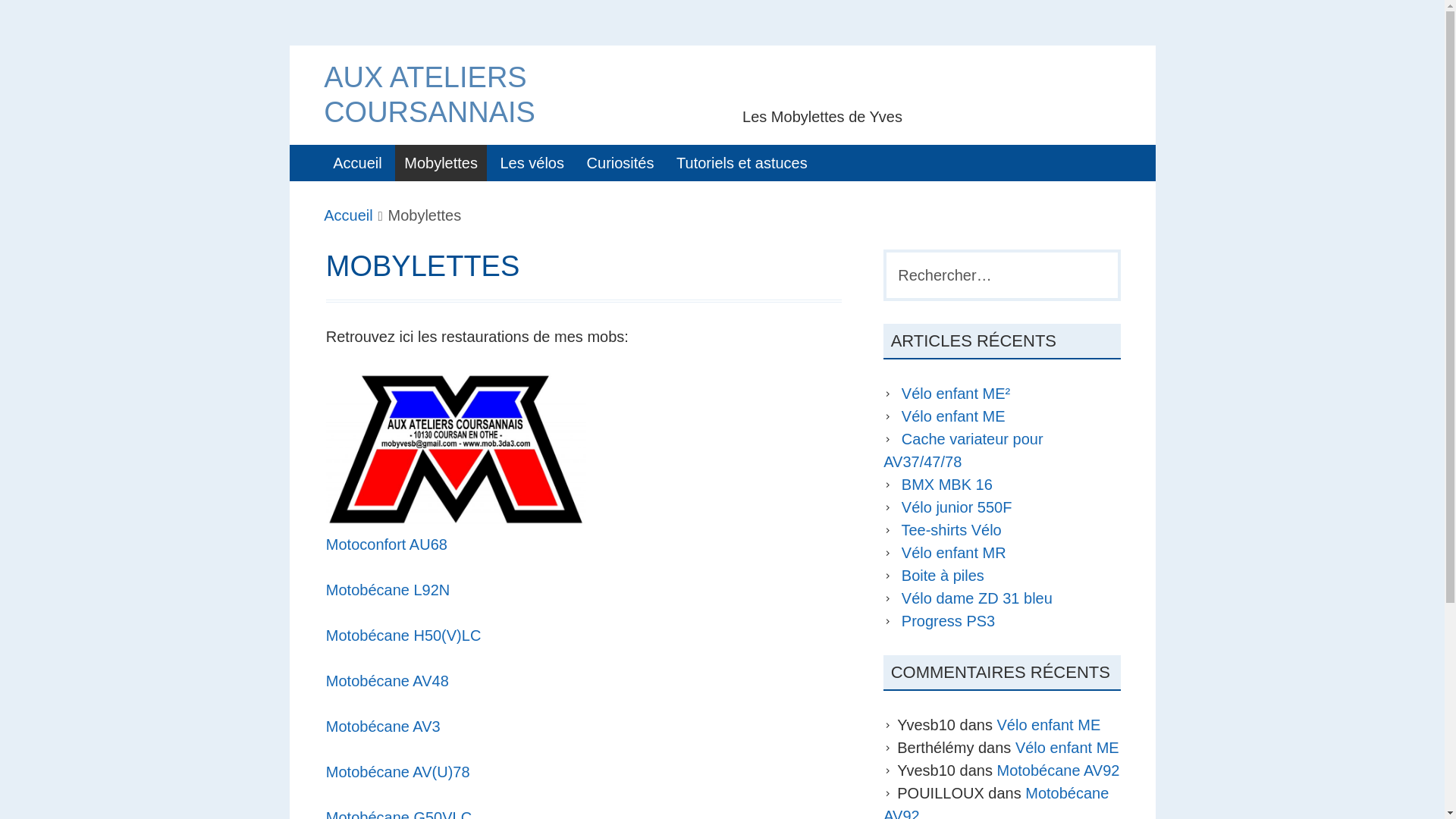  What do you see at coordinates (428, 94) in the screenshot?
I see `'AUX ATELIERS COURSANNAIS'` at bounding box center [428, 94].